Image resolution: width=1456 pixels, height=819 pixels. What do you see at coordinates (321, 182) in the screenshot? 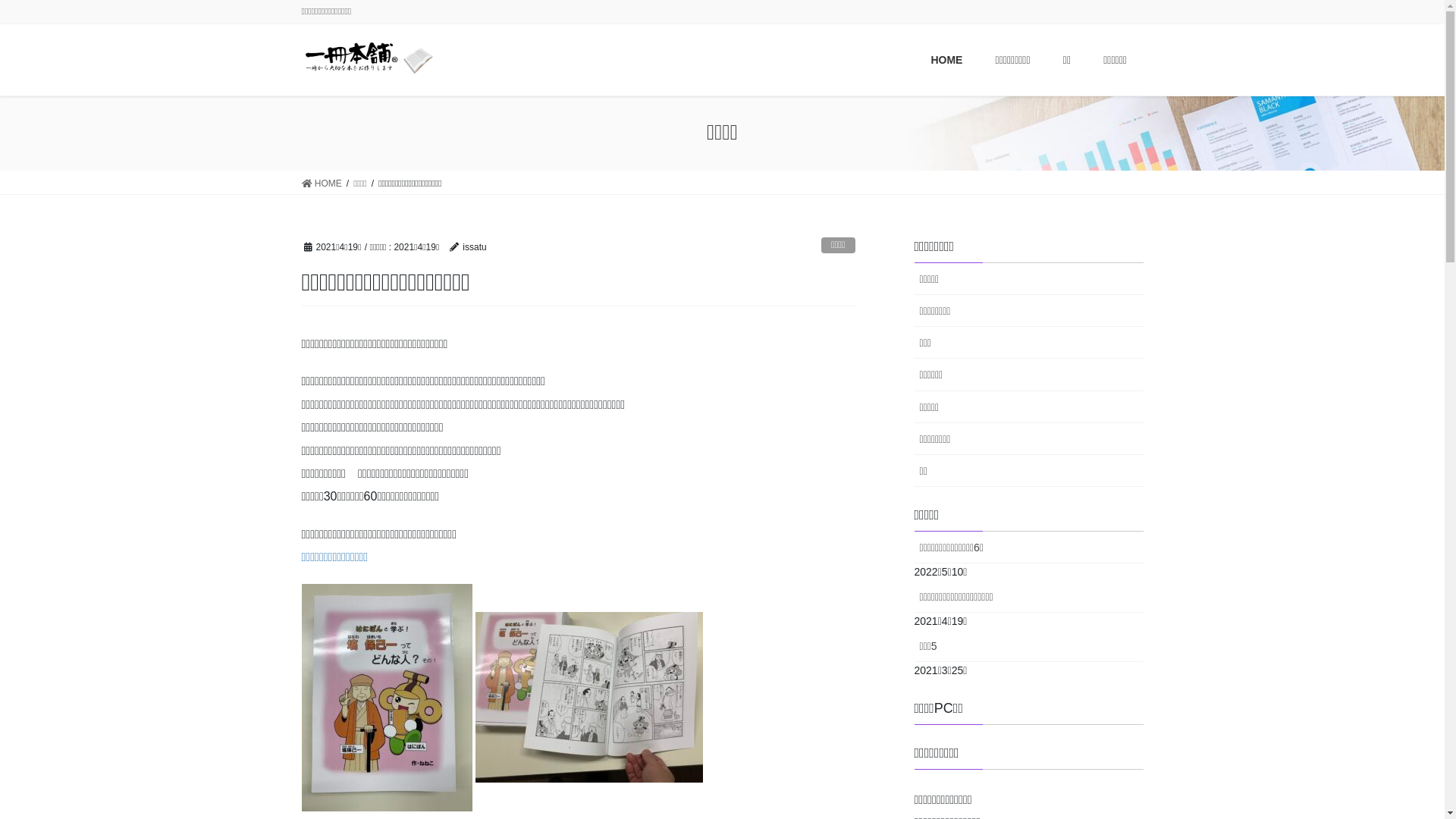
I see `'HOME'` at bounding box center [321, 182].